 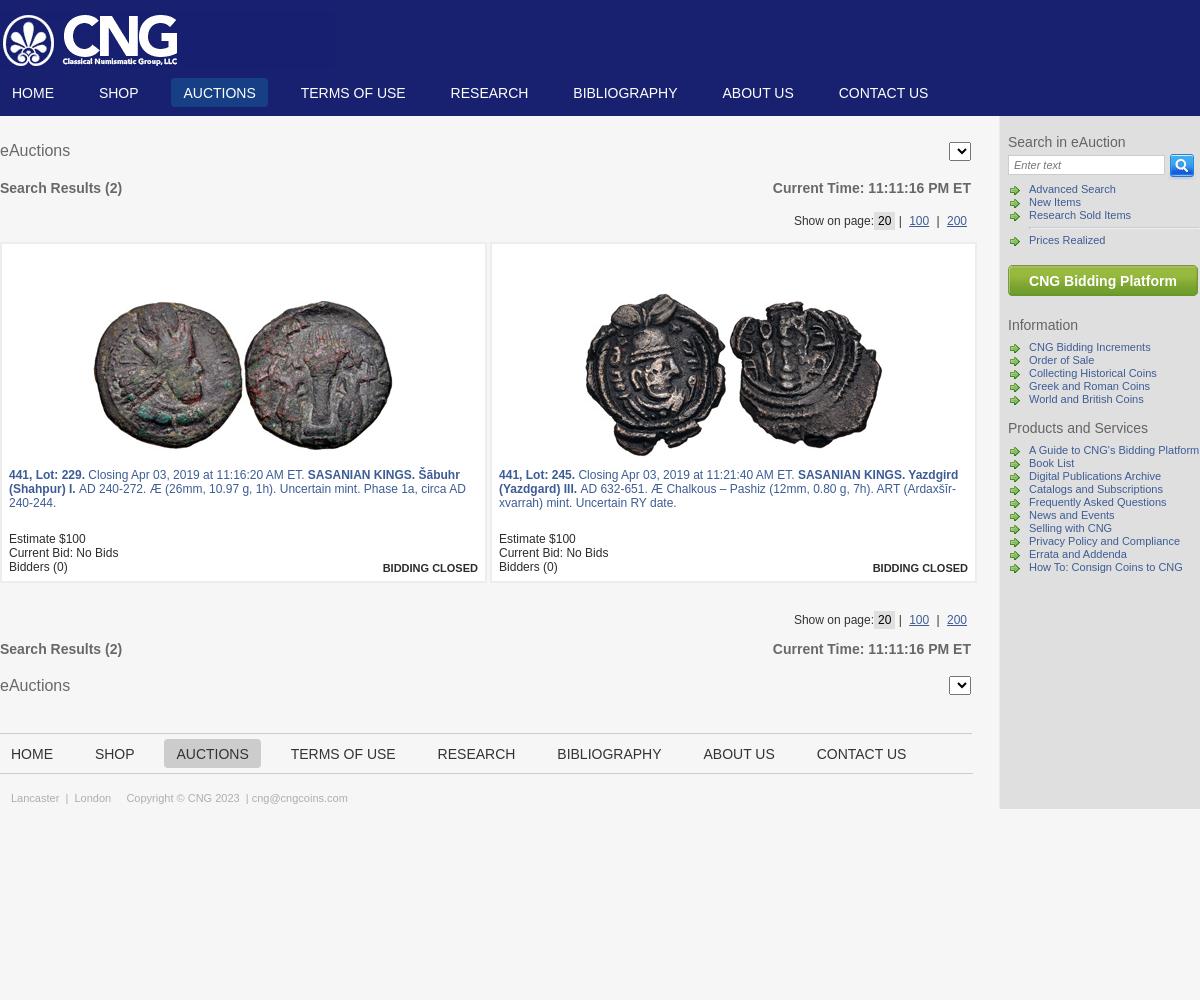 I want to click on 'Lancaster', so click(x=35, y=798).